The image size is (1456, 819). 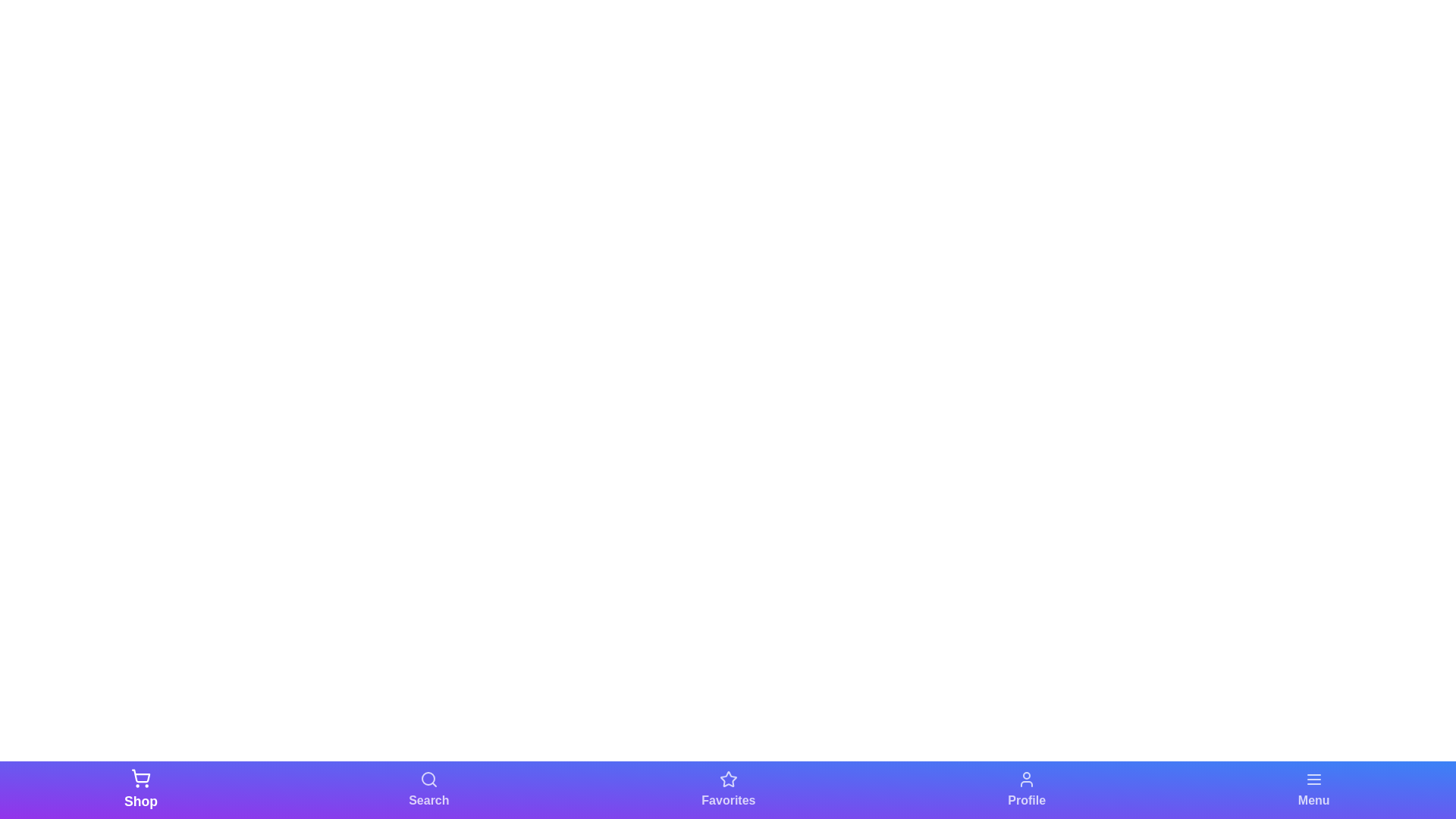 What do you see at coordinates (728, 789) in the screenshot?
I see `the Favorites tab in the bottom navigation bar` at bounding box center [728, 789].